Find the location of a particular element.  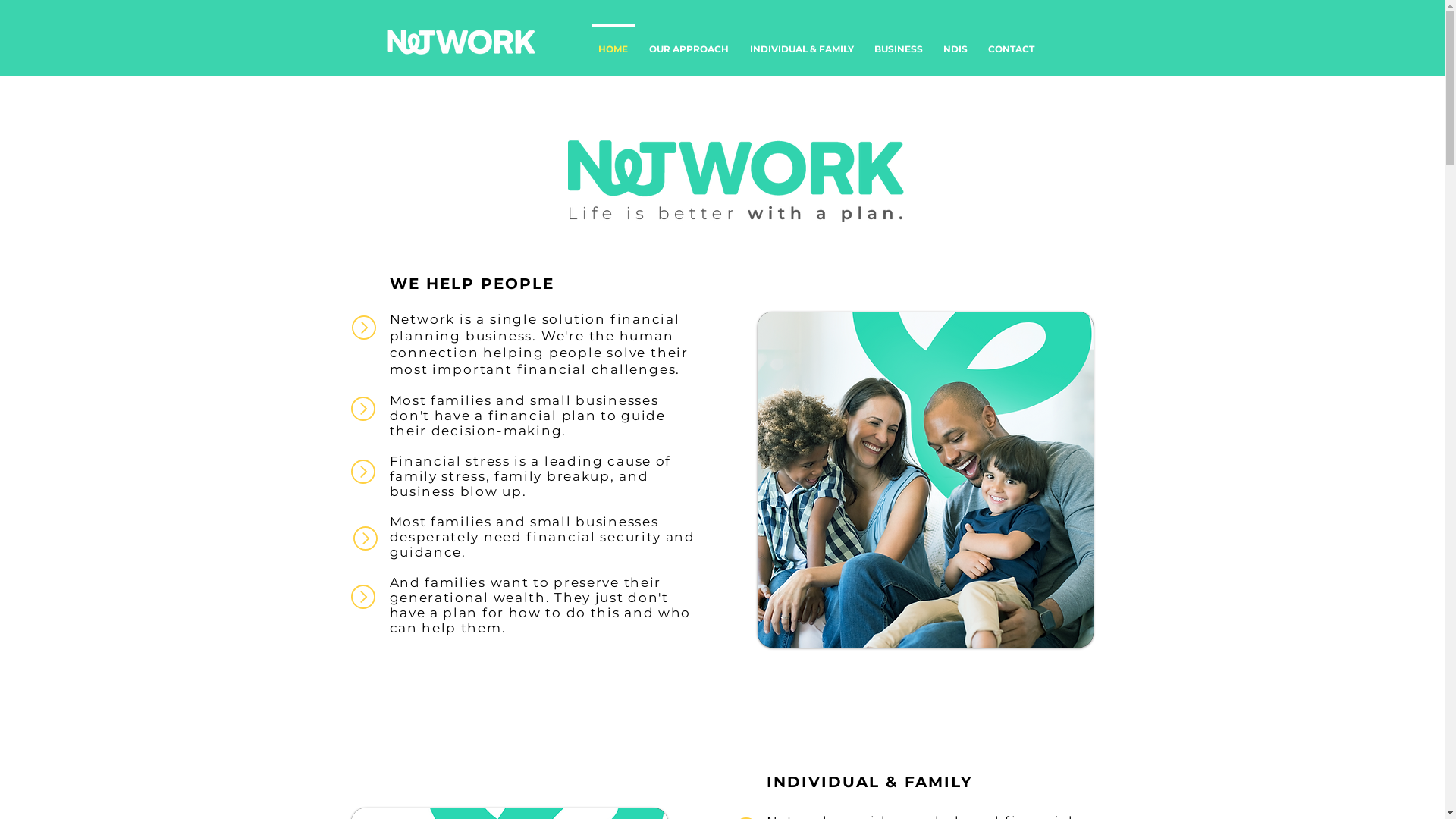

'BUSINESS' is located at coordinates (864, 42).